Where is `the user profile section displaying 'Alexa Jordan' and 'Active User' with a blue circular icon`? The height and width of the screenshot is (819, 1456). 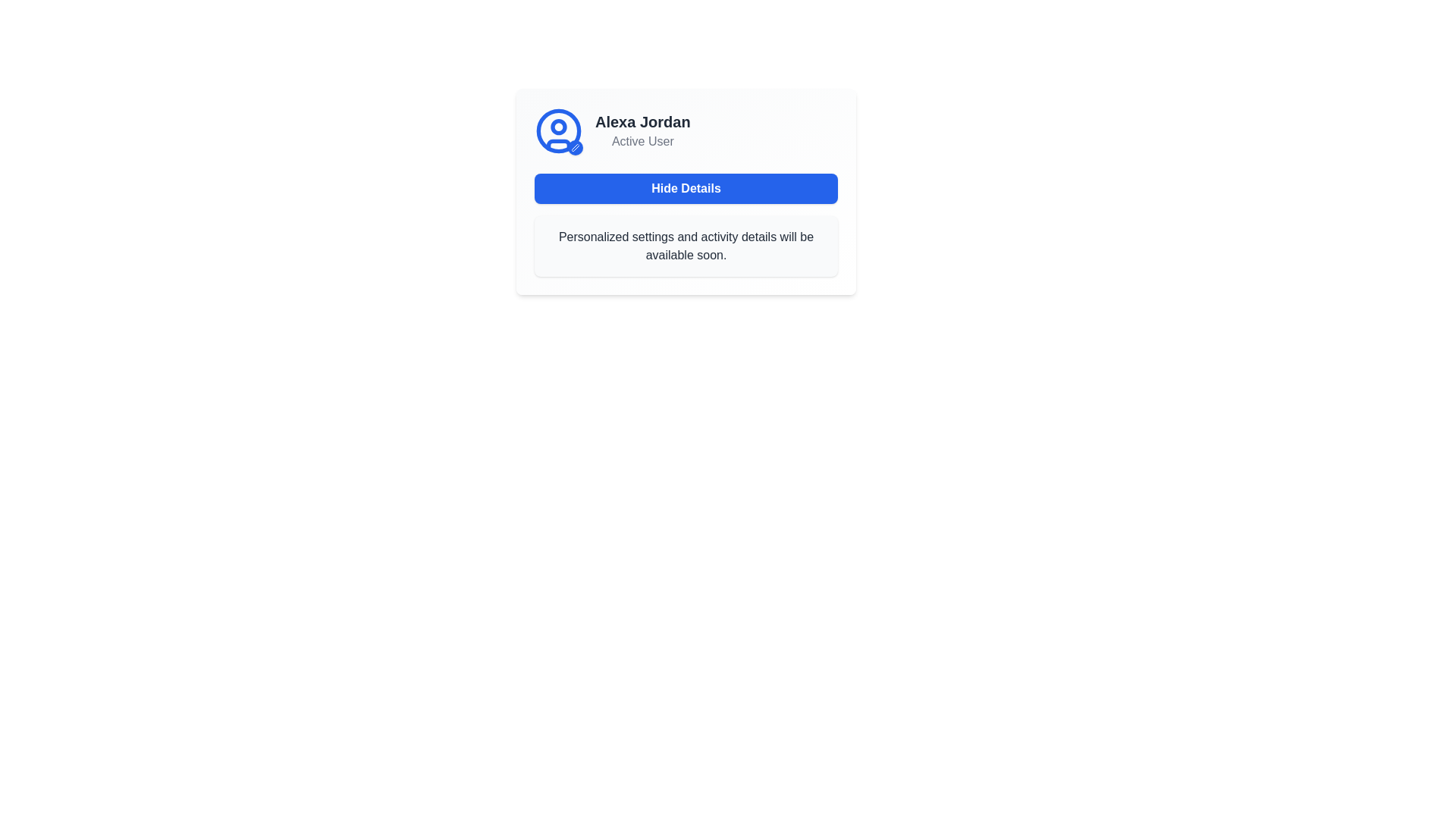 the user profile section displaying 'Alexa Jordan' and 'Active User' with a blue circular icon is located at coordinates (686, 130).